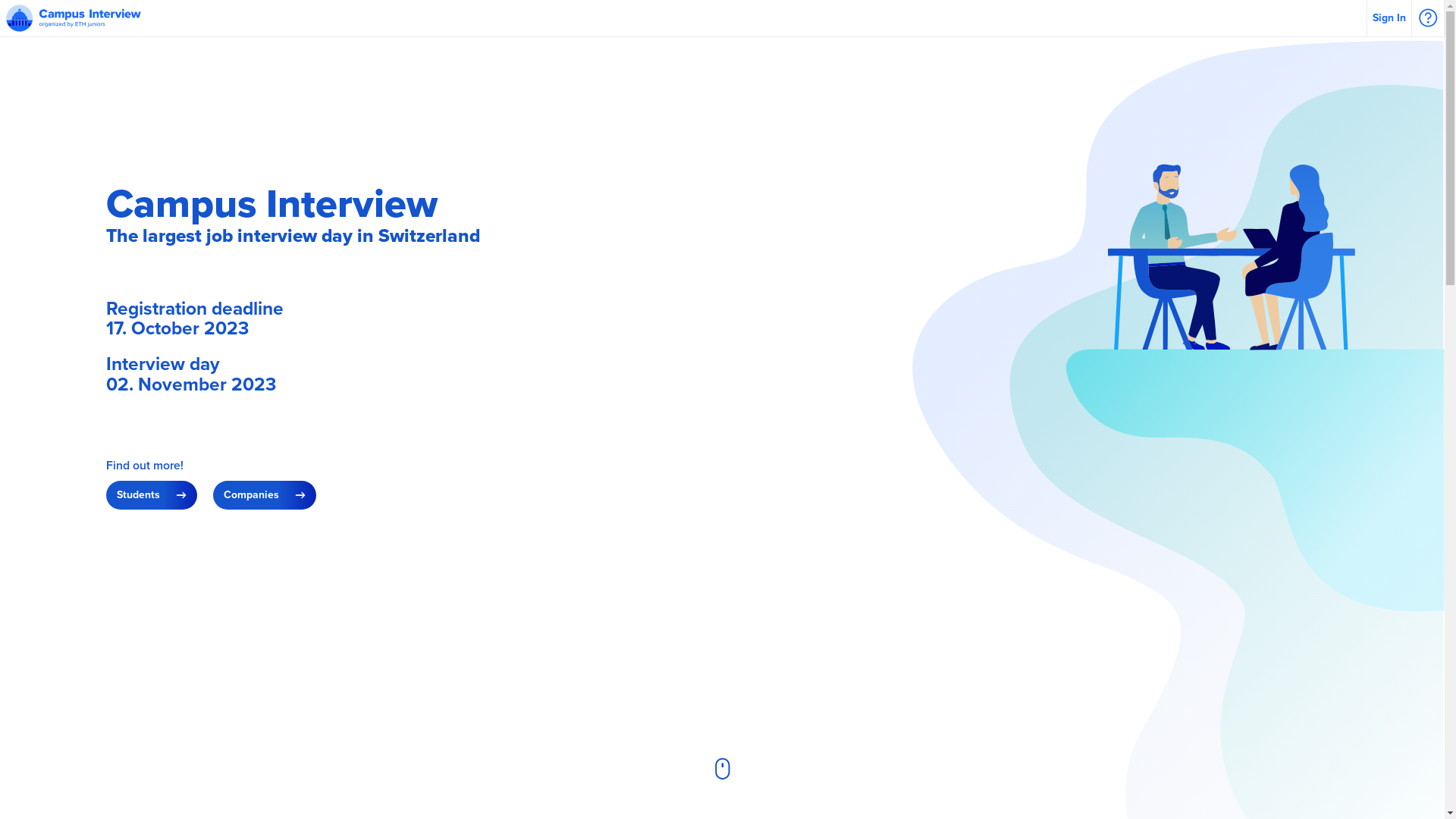 The height and width of the screenshot is (819, 1456). Describe the element at coordinates (1389, 17) in the screenshot. I see `'Sign In'` at that location.